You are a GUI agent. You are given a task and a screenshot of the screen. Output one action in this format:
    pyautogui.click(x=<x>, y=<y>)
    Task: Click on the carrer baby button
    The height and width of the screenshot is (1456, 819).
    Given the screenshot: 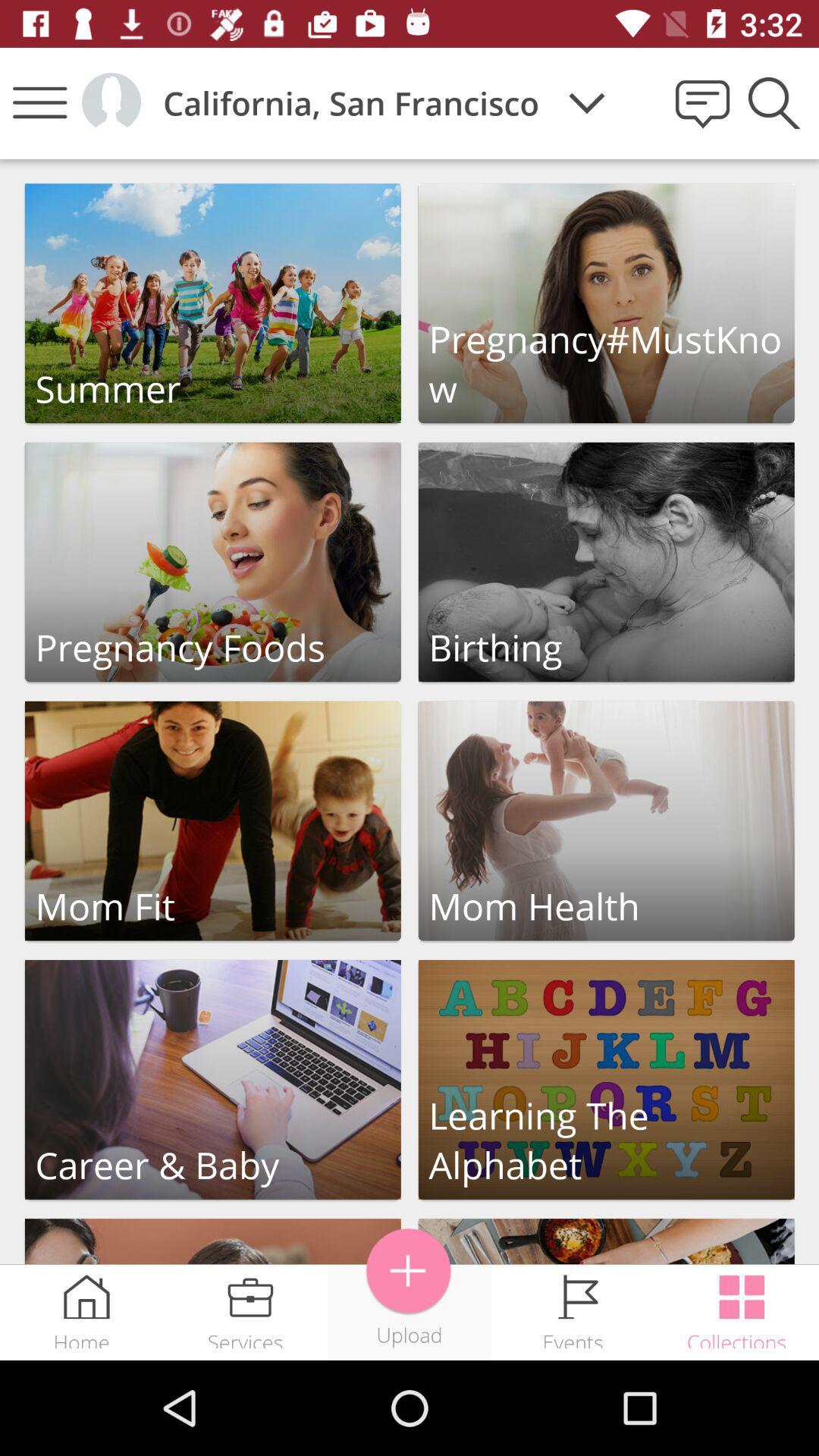 What is the action you would take?
    pyautogui.click(x=212, y=1078)
    